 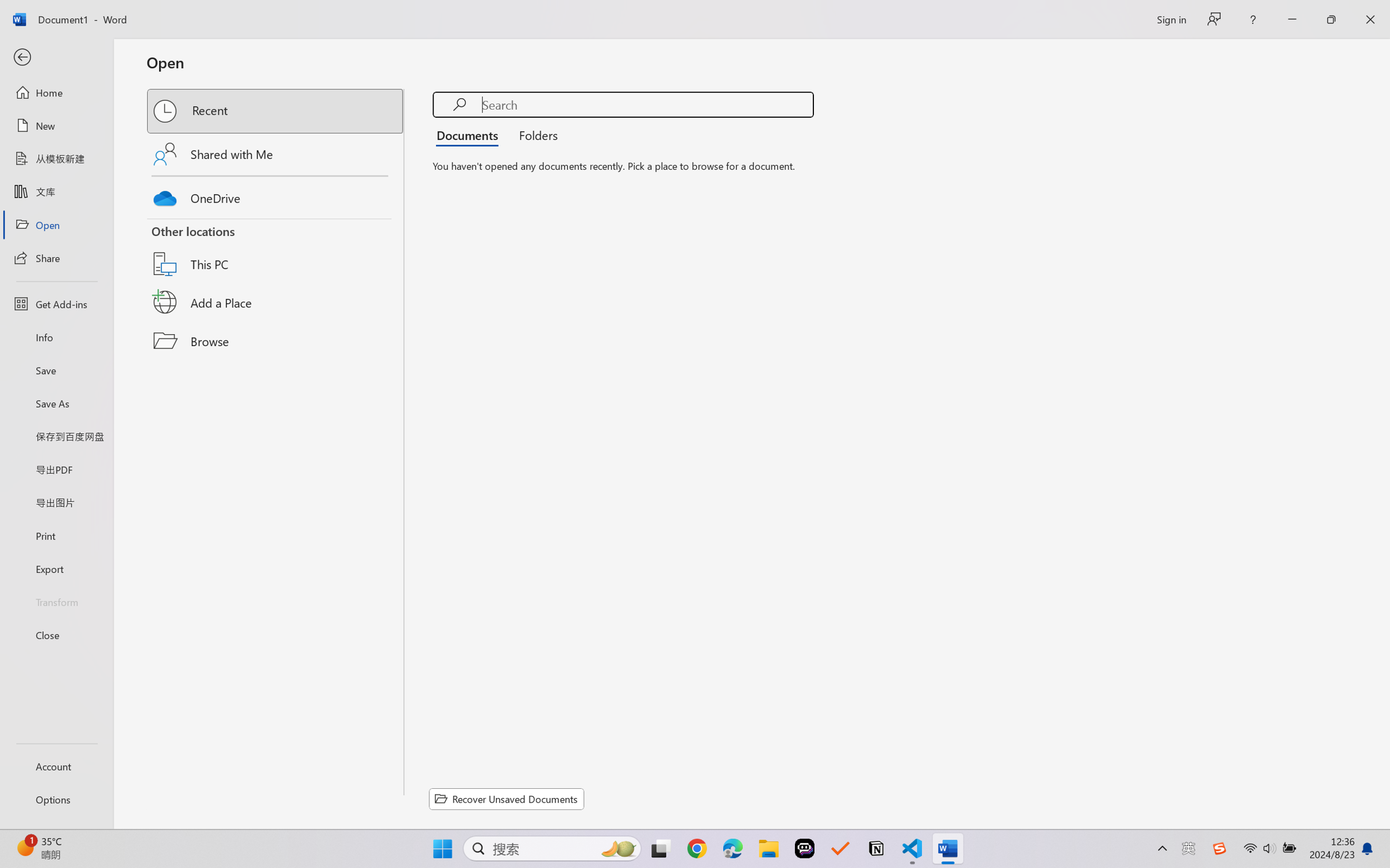 I want to click on 'Info', so click(x=56, y=336).